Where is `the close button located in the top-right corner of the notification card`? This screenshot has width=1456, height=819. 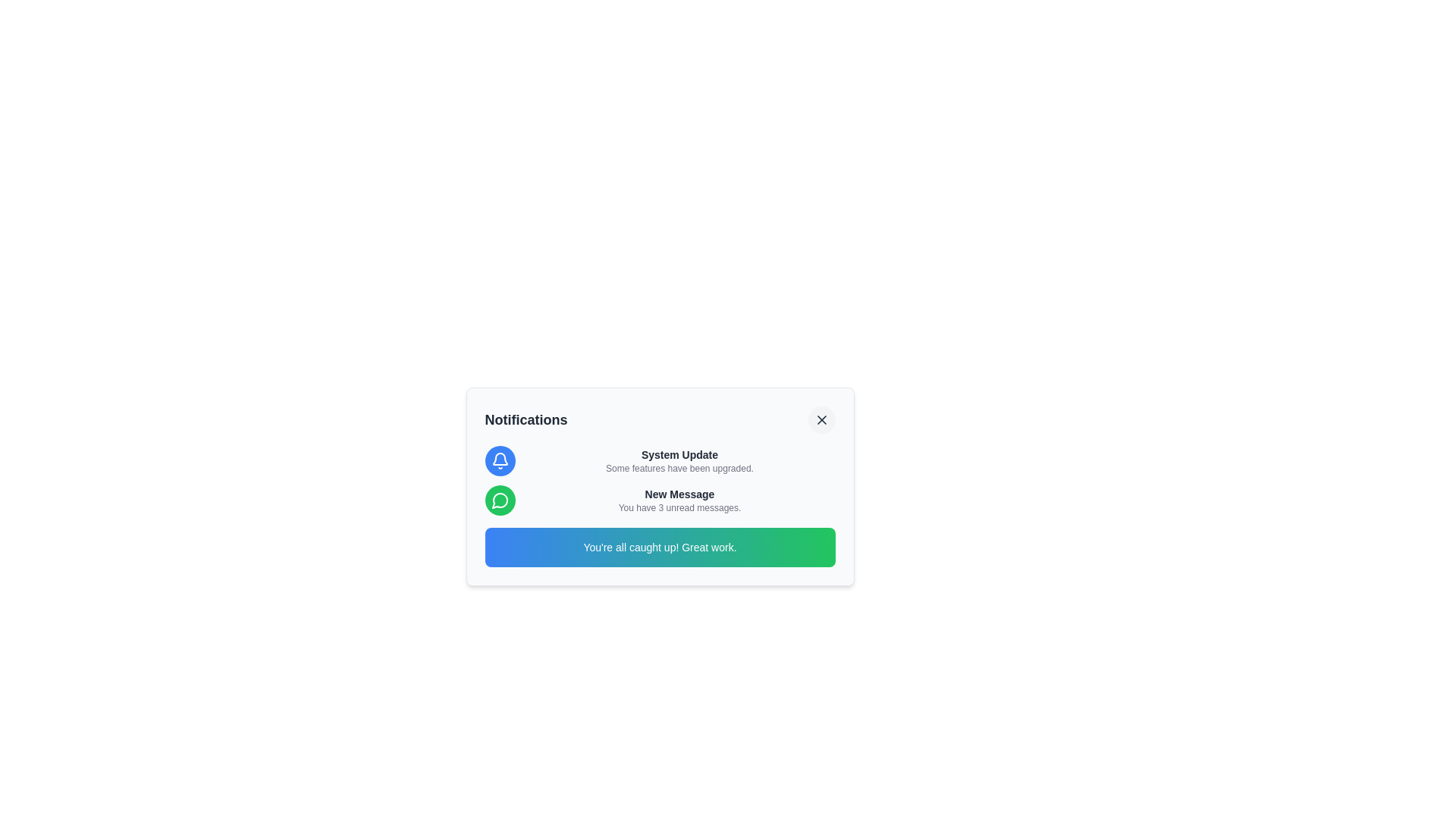
the close button located in the top-right corner of the notification card is located at coordinates (821, 420).